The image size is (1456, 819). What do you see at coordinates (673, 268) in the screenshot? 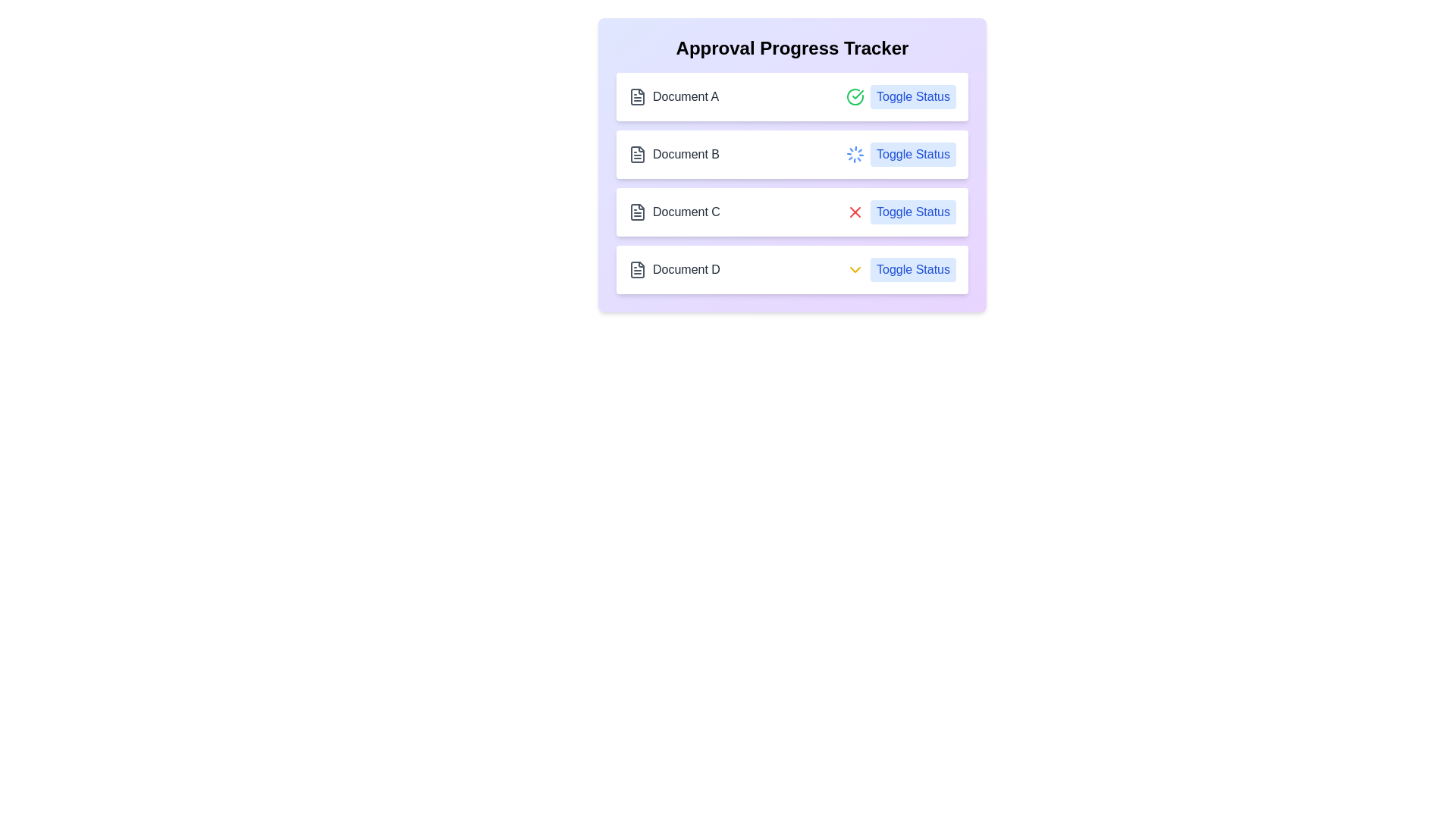
I see `the label for 'Approval Progress Tracker' located in the fourth row of the list, which serves as a descriptive label for a document` at bounding box center [673, 268].